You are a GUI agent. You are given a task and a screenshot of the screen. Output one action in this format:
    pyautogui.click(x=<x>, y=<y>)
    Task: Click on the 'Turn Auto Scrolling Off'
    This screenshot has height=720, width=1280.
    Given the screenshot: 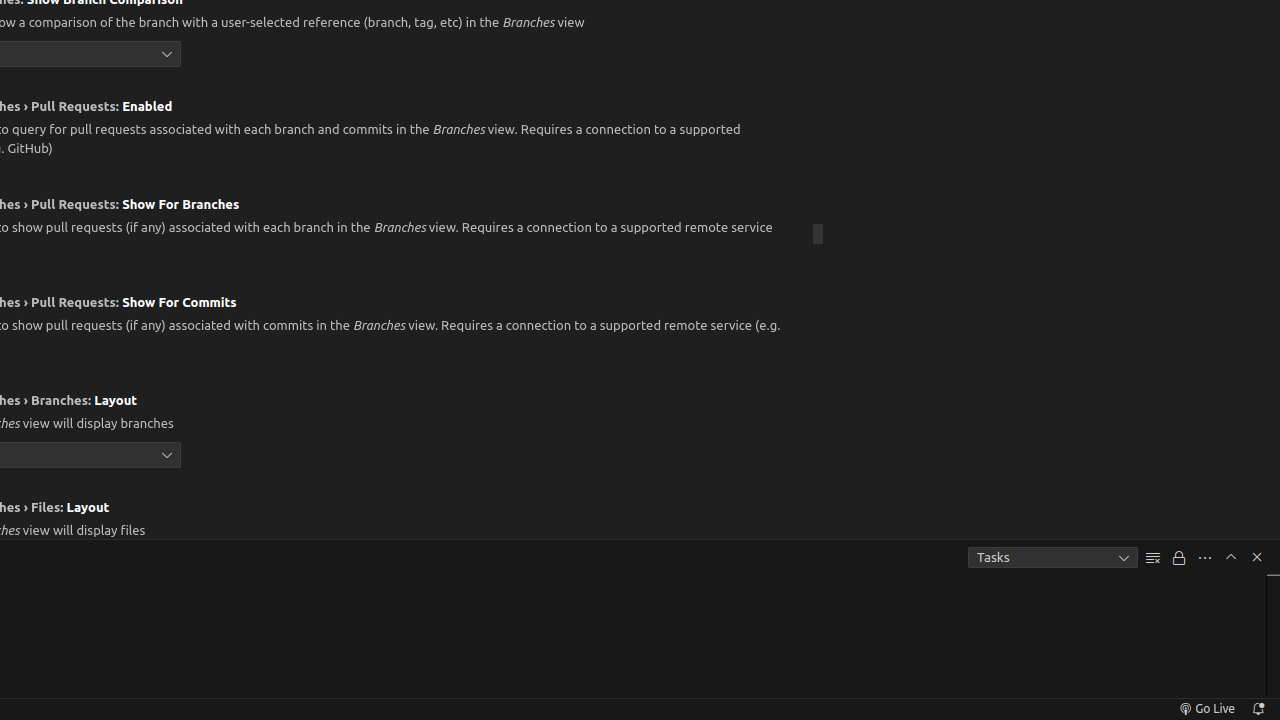 What is the action you would take?
    pyautogui.click(x=1179, y=557)
    